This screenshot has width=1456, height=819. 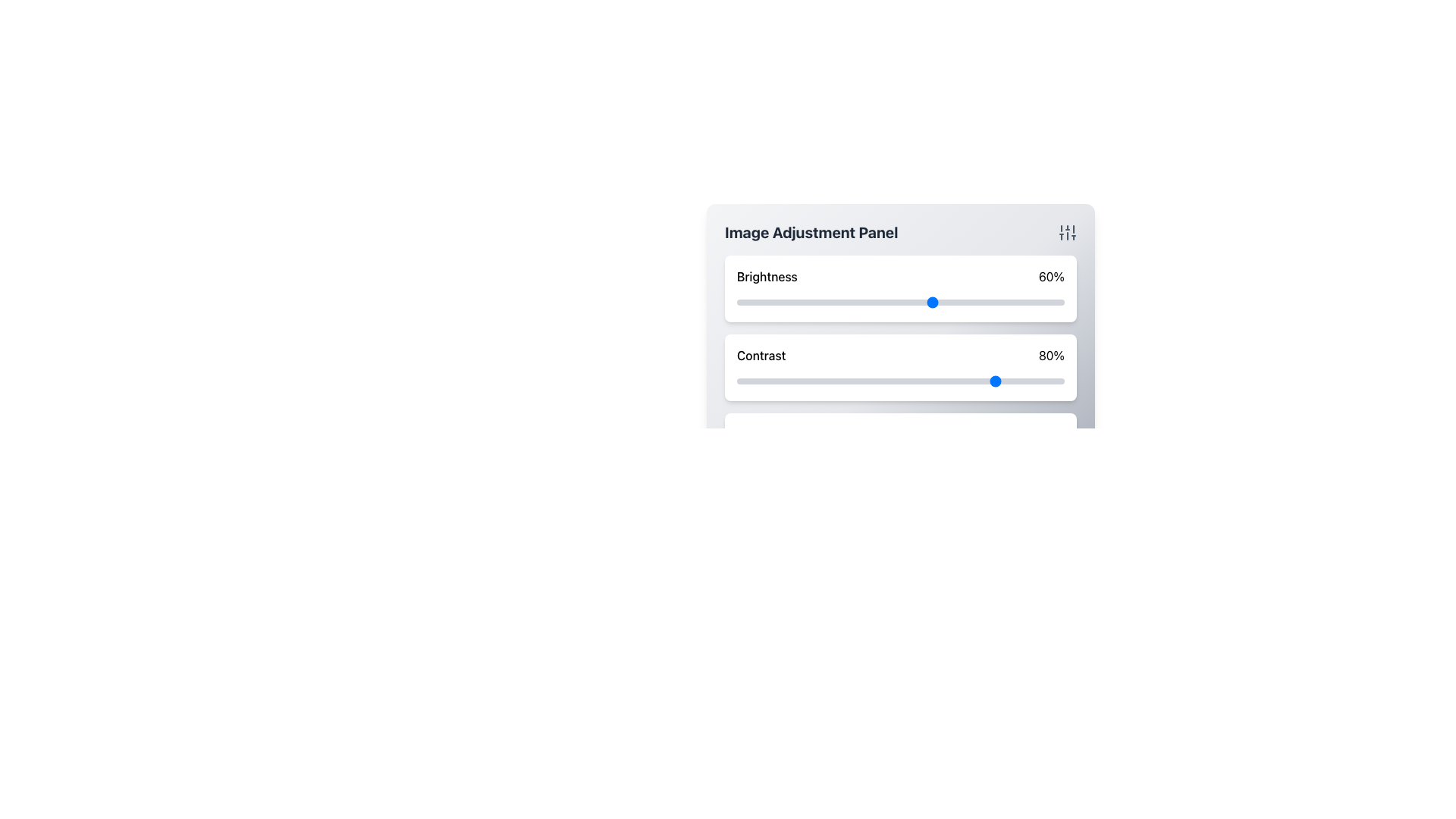 What do you see at coordinates (1043, 302) in the screenshot?
I see `the brightness` at bounding box center [1043, 302].